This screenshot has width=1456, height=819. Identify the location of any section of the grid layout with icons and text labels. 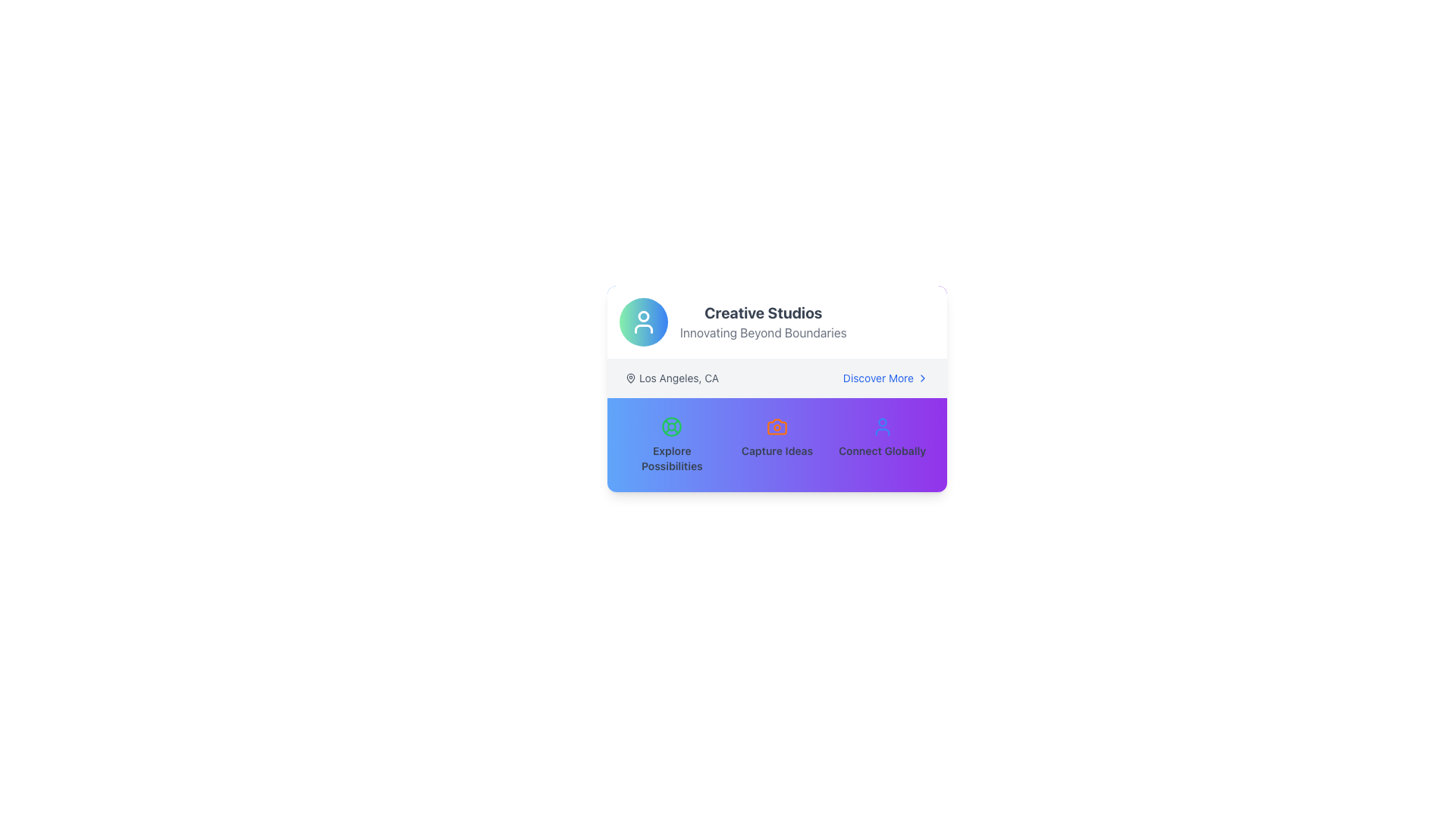
(777, 444).